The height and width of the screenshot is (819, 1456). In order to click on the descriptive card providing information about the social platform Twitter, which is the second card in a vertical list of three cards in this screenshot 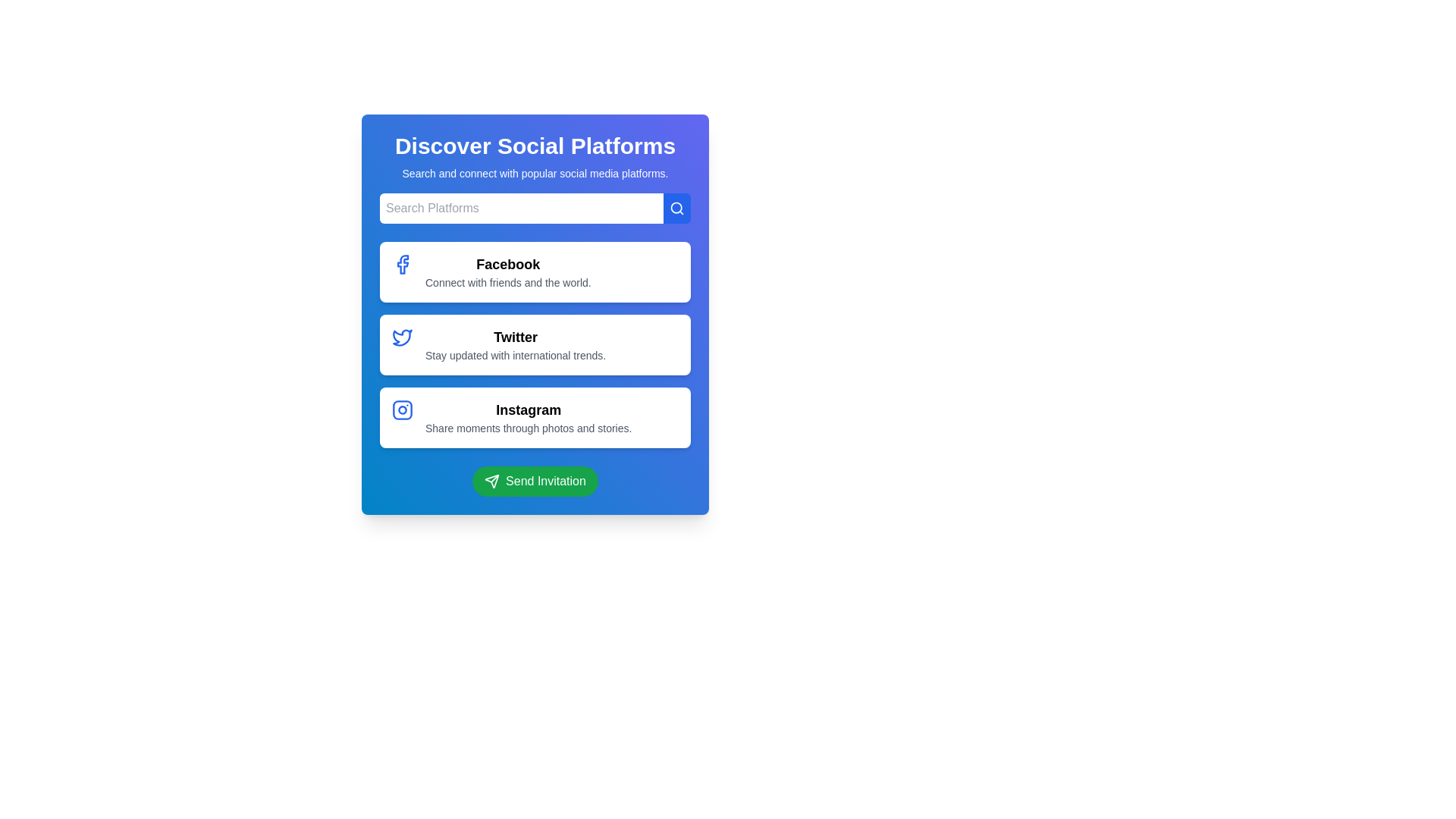, I will do `click(535, 314)`.